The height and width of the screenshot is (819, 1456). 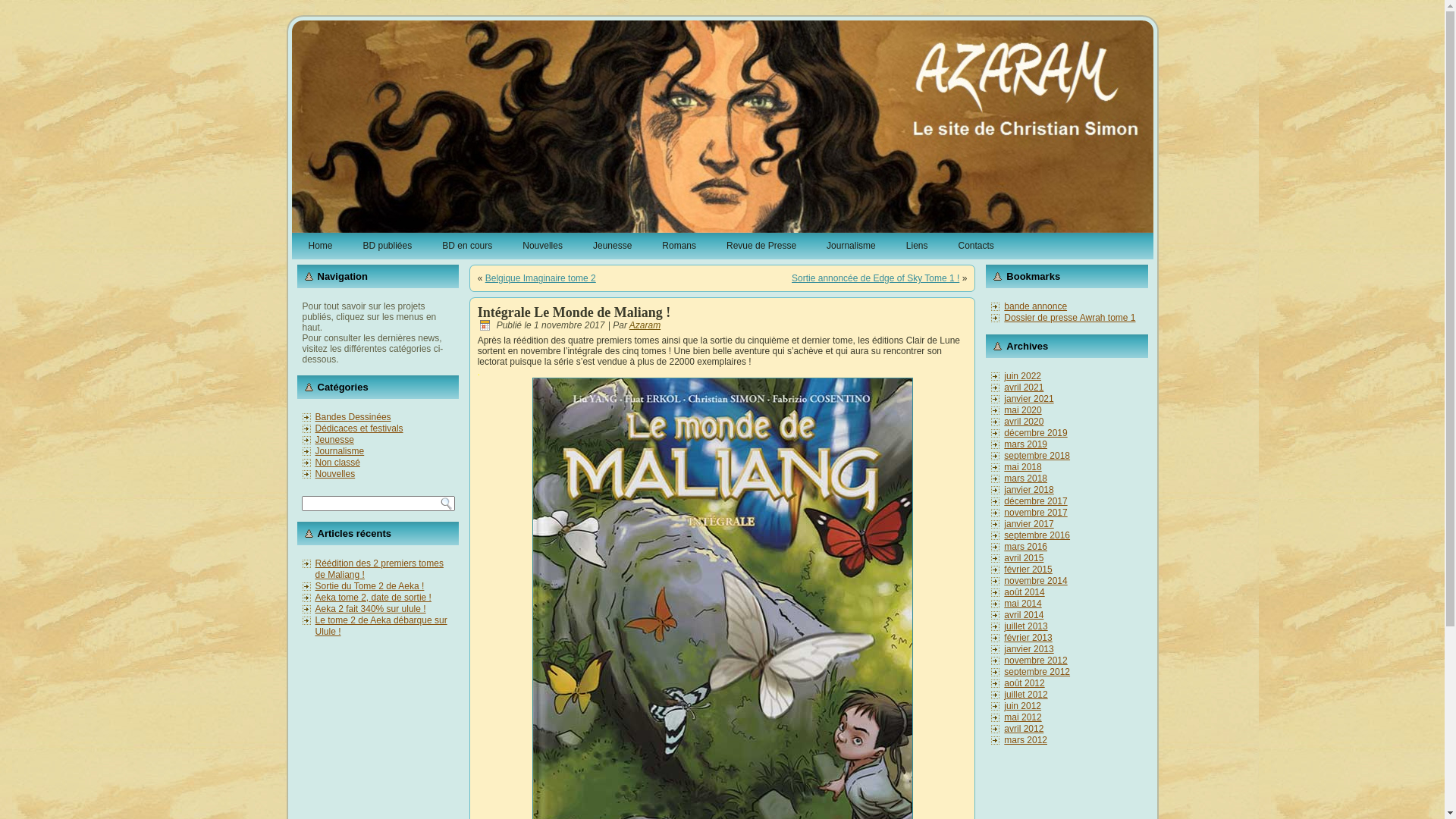 What do you see at coordinates (813, 245) in the screenshot?
I see `'Journalisme'` at bounding box center [813, 245].